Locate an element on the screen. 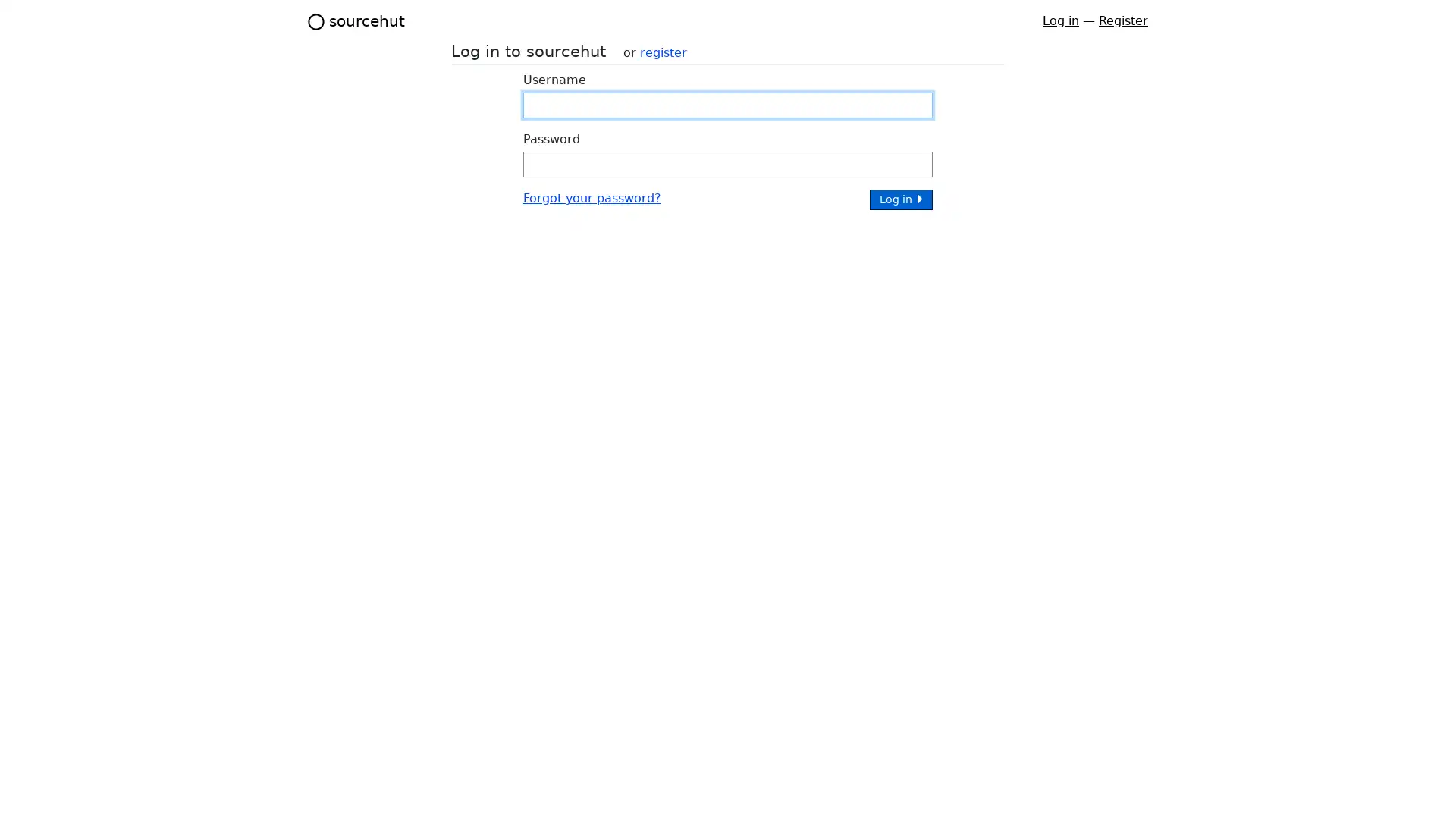 This screenshot has width=1456, height=819. Log in is located at coordinates (901, 198).